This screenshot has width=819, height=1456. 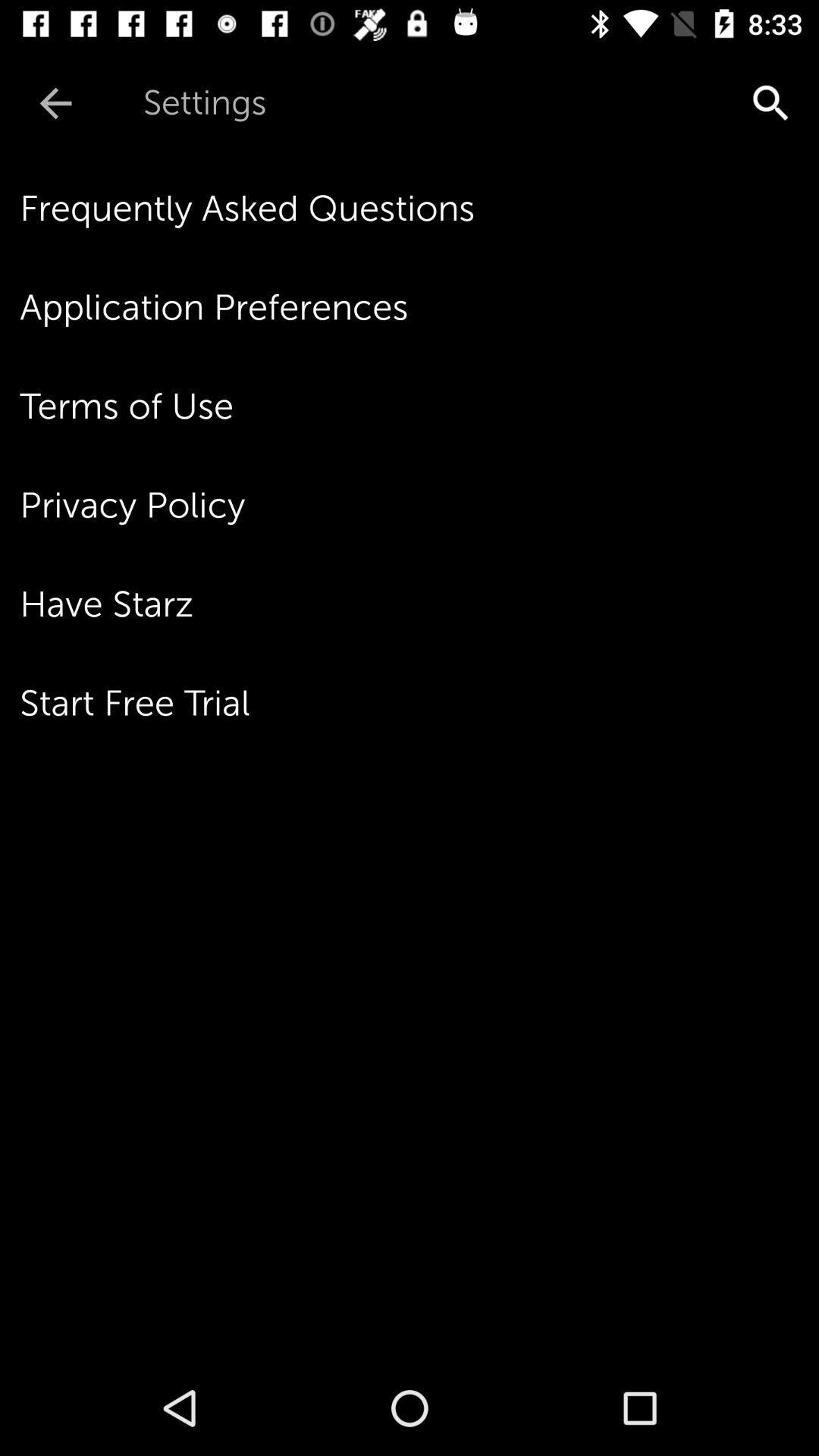 What do you see at coordinates (643, 102) in the screenshot?
I see `the item to the right of settings` at bounding box center [643, 102].